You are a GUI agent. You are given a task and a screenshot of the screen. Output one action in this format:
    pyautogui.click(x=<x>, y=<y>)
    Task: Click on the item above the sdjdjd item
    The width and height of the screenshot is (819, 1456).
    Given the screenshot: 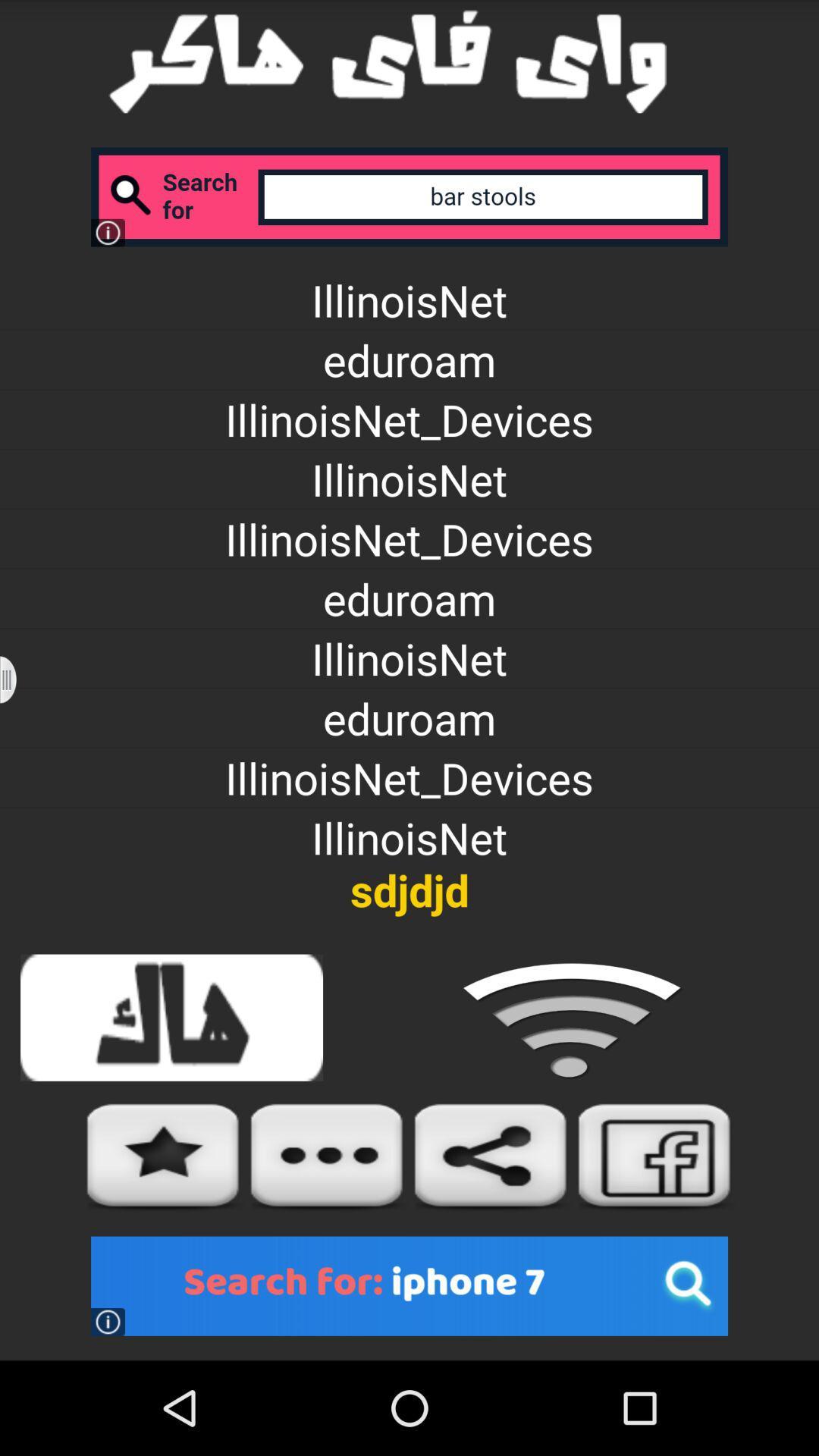 What is the action you would take?
    pyautogui.click(x=17, y=679)
    